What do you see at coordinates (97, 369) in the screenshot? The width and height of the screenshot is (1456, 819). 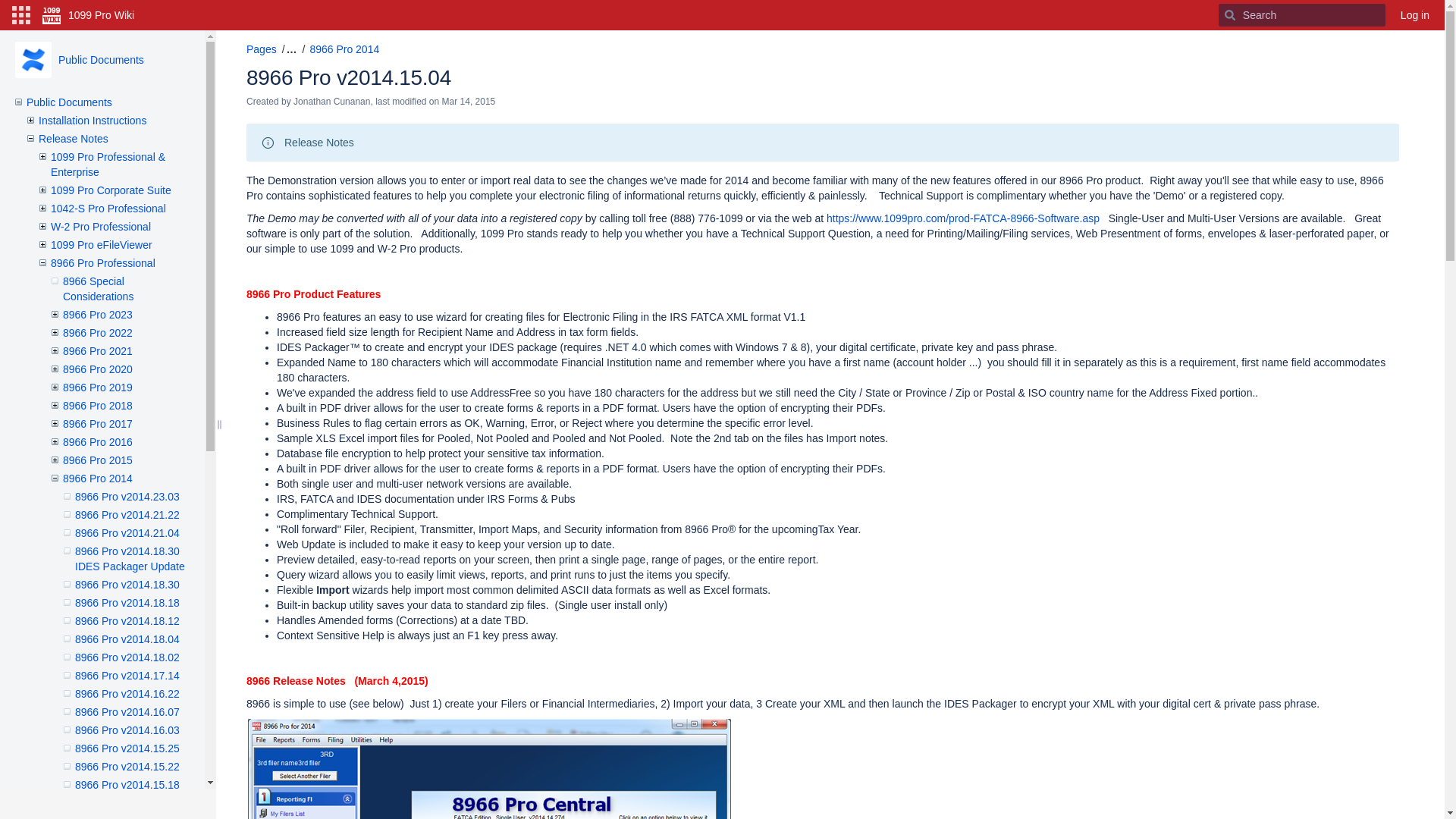 I see `'8966 Pro 2020'` at bounding box center [97, 369].